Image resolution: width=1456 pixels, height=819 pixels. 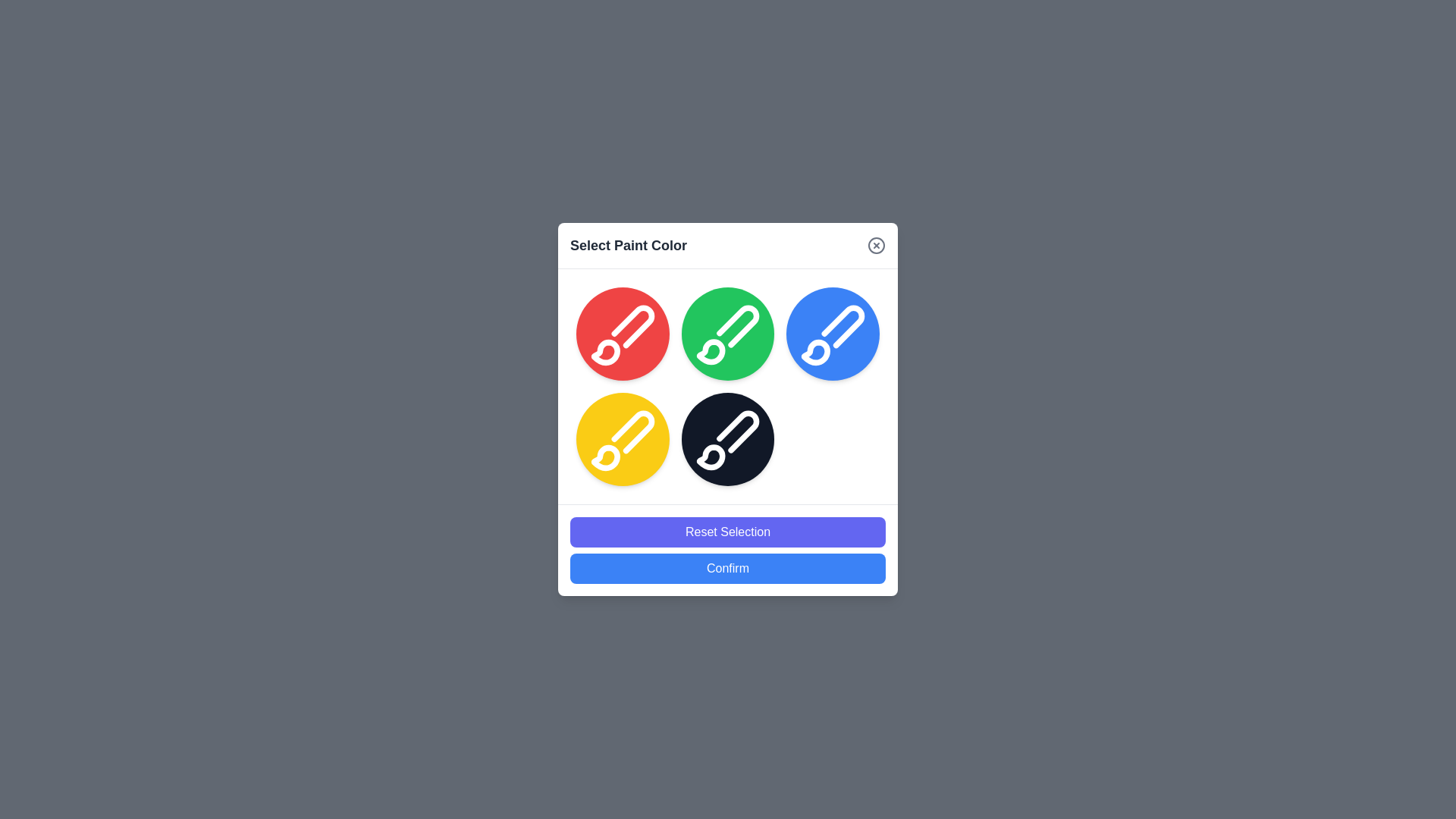 I want to click on 'Confirm' button to confirm the selection, so click(x=728, y=568).